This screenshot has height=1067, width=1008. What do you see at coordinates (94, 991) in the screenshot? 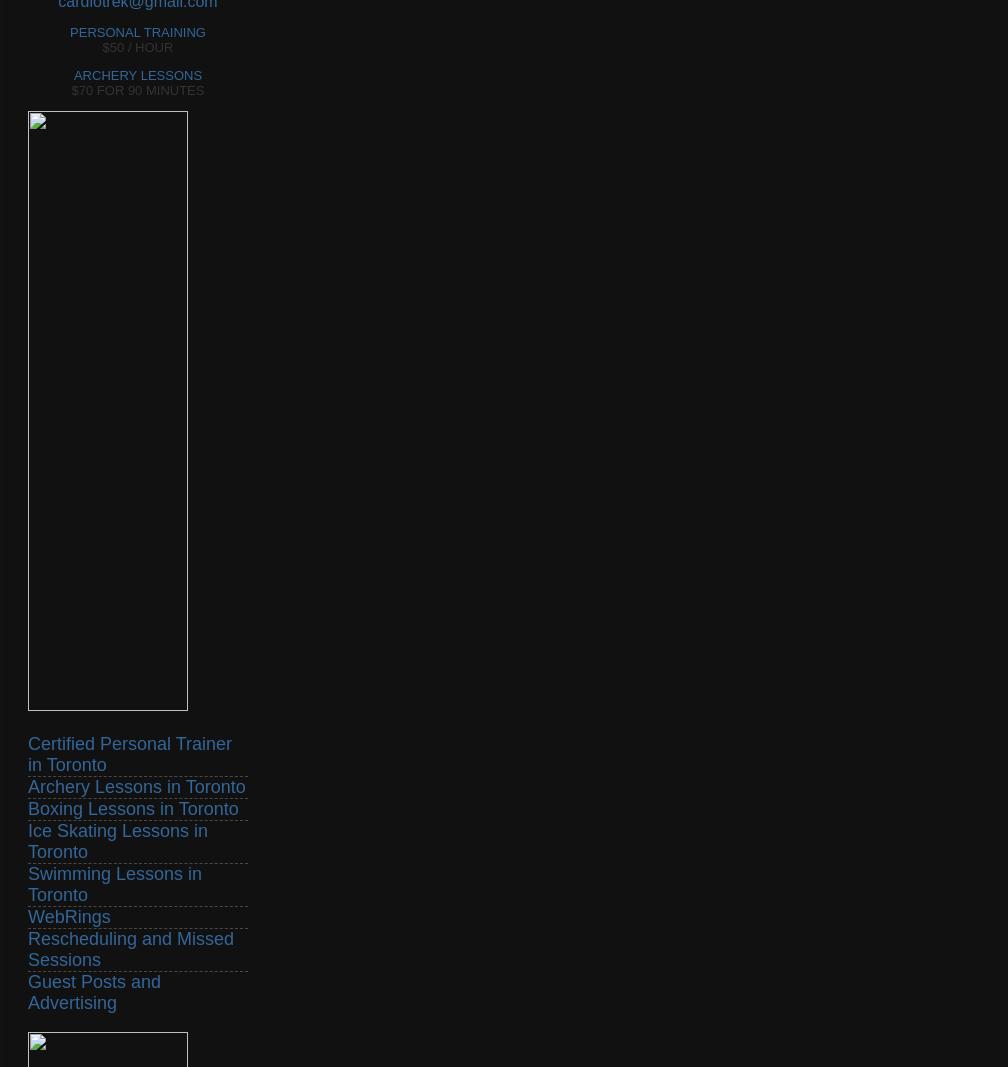
I see `'Guest Posts and Advertising'` at bounding box center [94, 991].